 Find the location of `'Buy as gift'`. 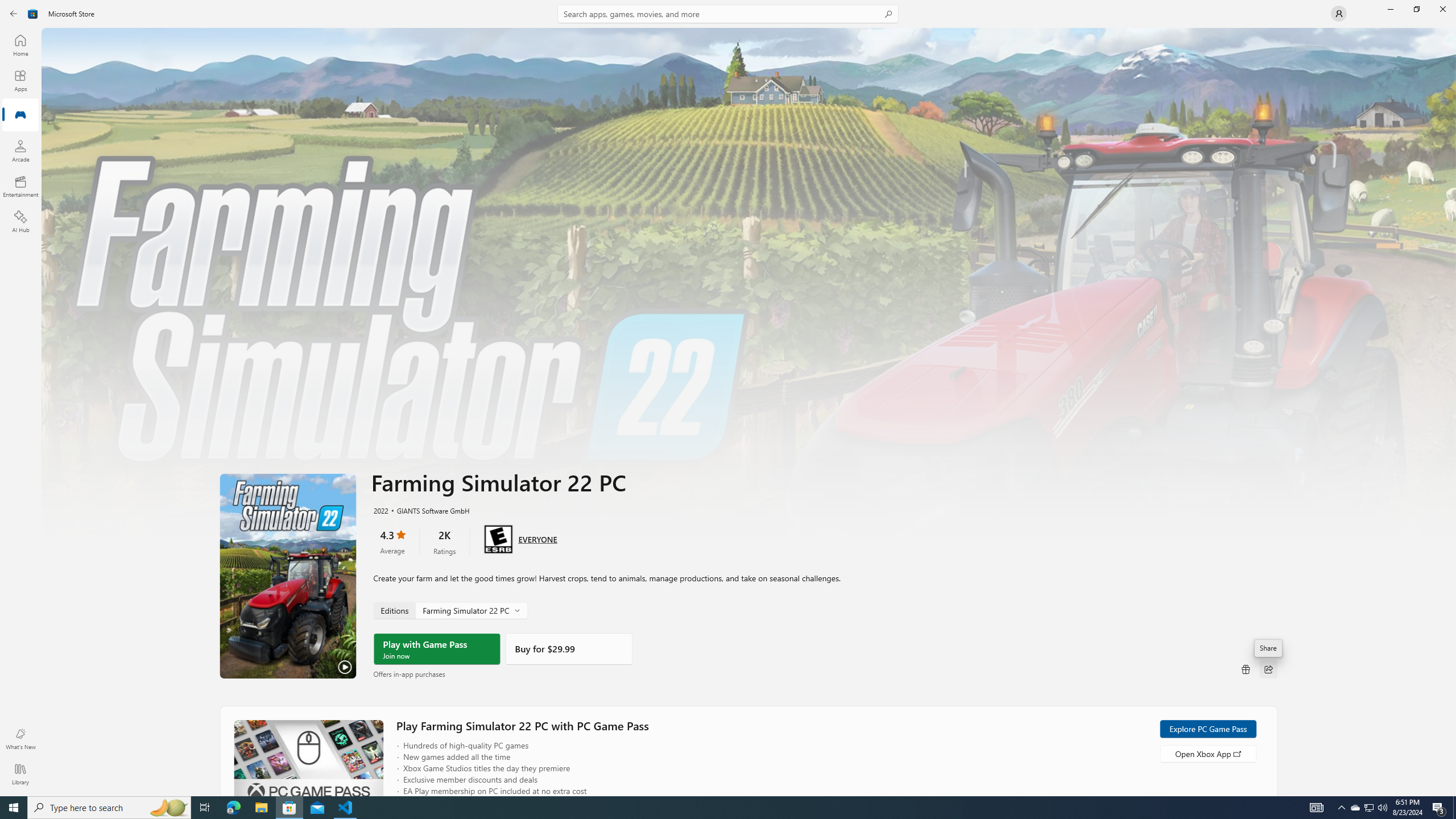

'Buy as gift' is located at coordinates (1245, 668).